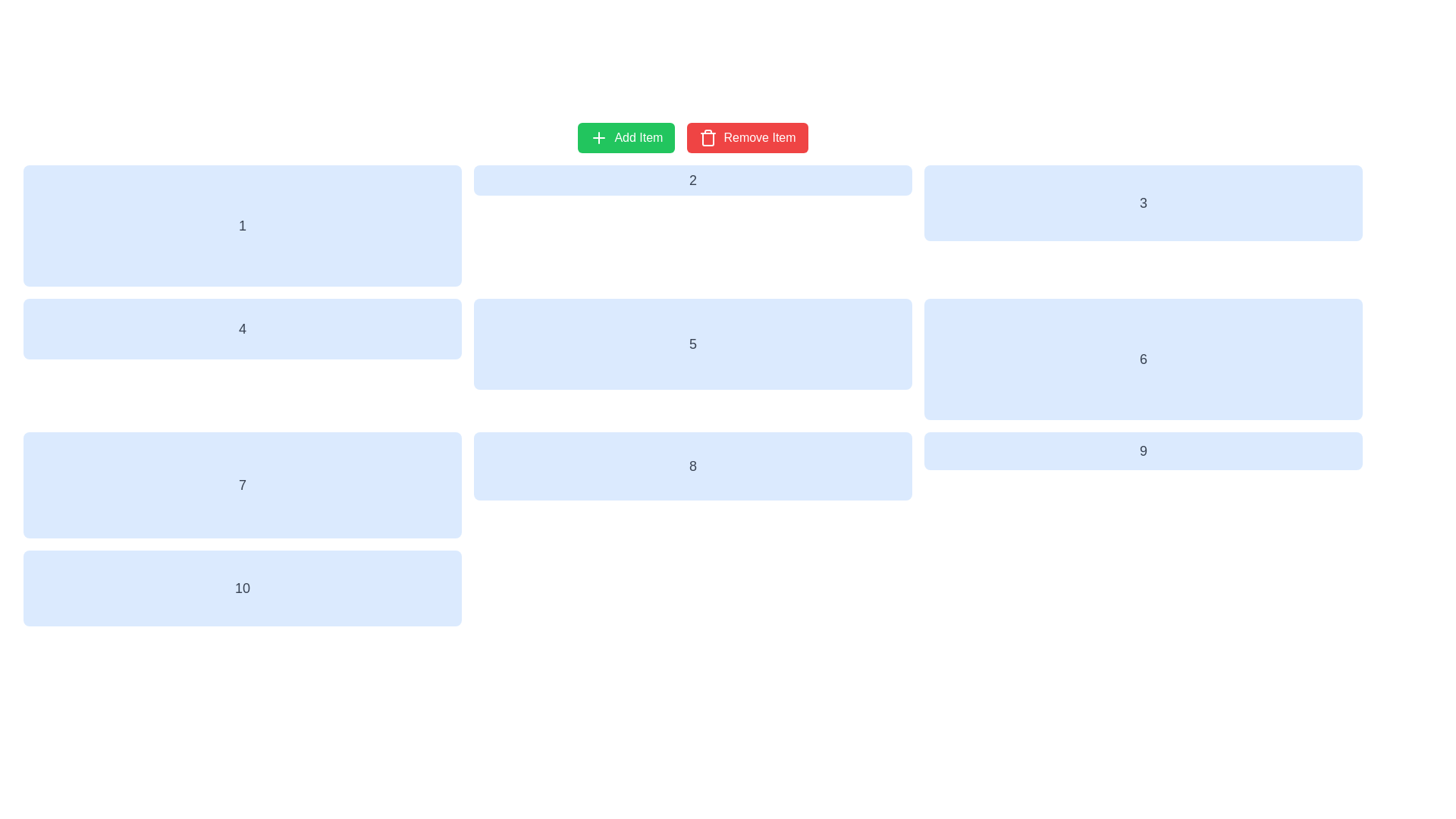 This screenshot has width=1456, height=819. I want to click on the numerical text label displaying '10', which is centrally placed within a rounded rectangular blue box located in the lowest row of the layout grid, so click(243, 587).